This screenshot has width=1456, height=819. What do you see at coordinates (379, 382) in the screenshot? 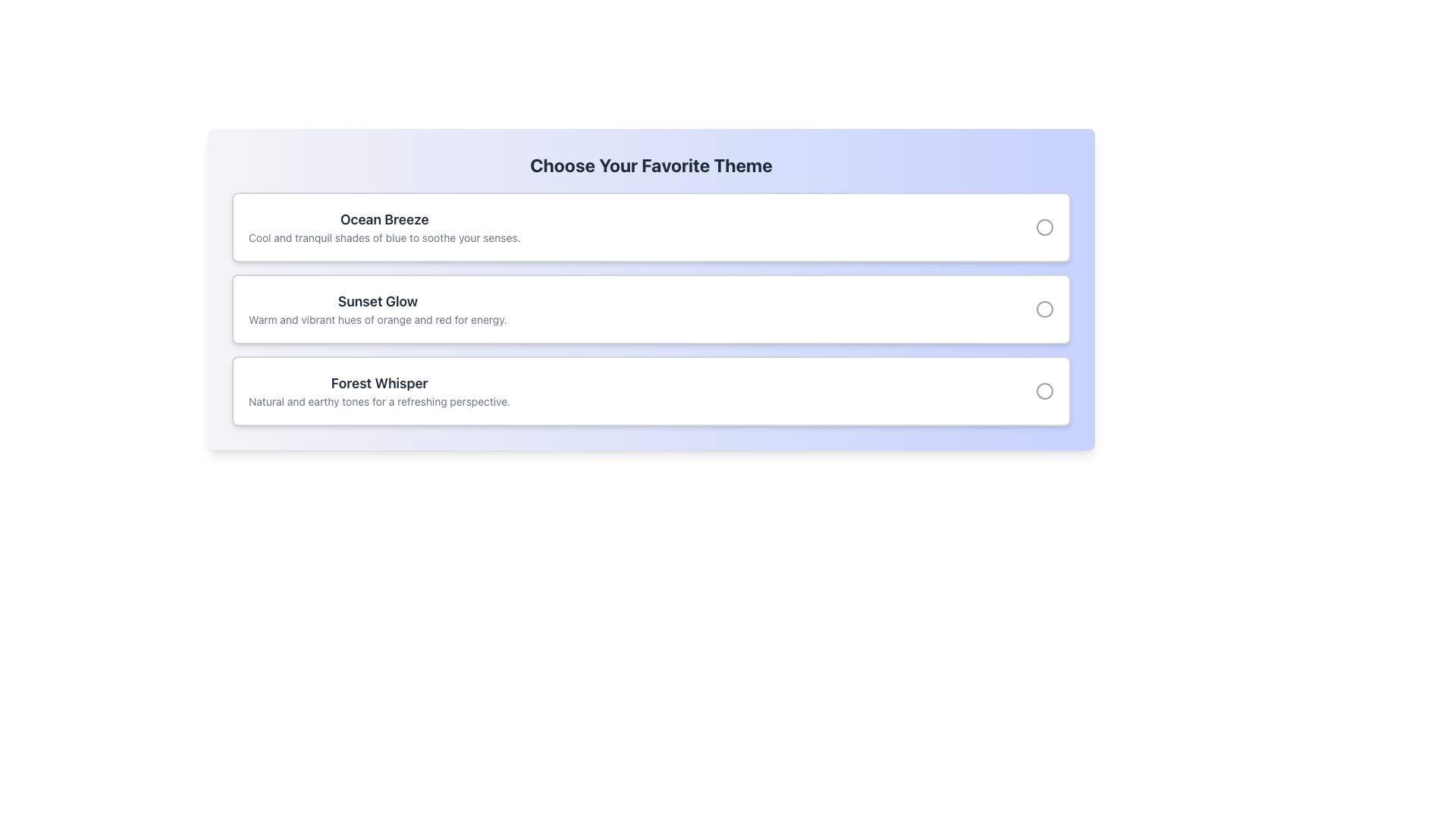
I see `the text 'Forest Whisper' which is the topmost text content of the third card in the vertically stacked group of selectable cards under the header 'Choose Your Favorite Theme'` at bounding box center [379, 382].